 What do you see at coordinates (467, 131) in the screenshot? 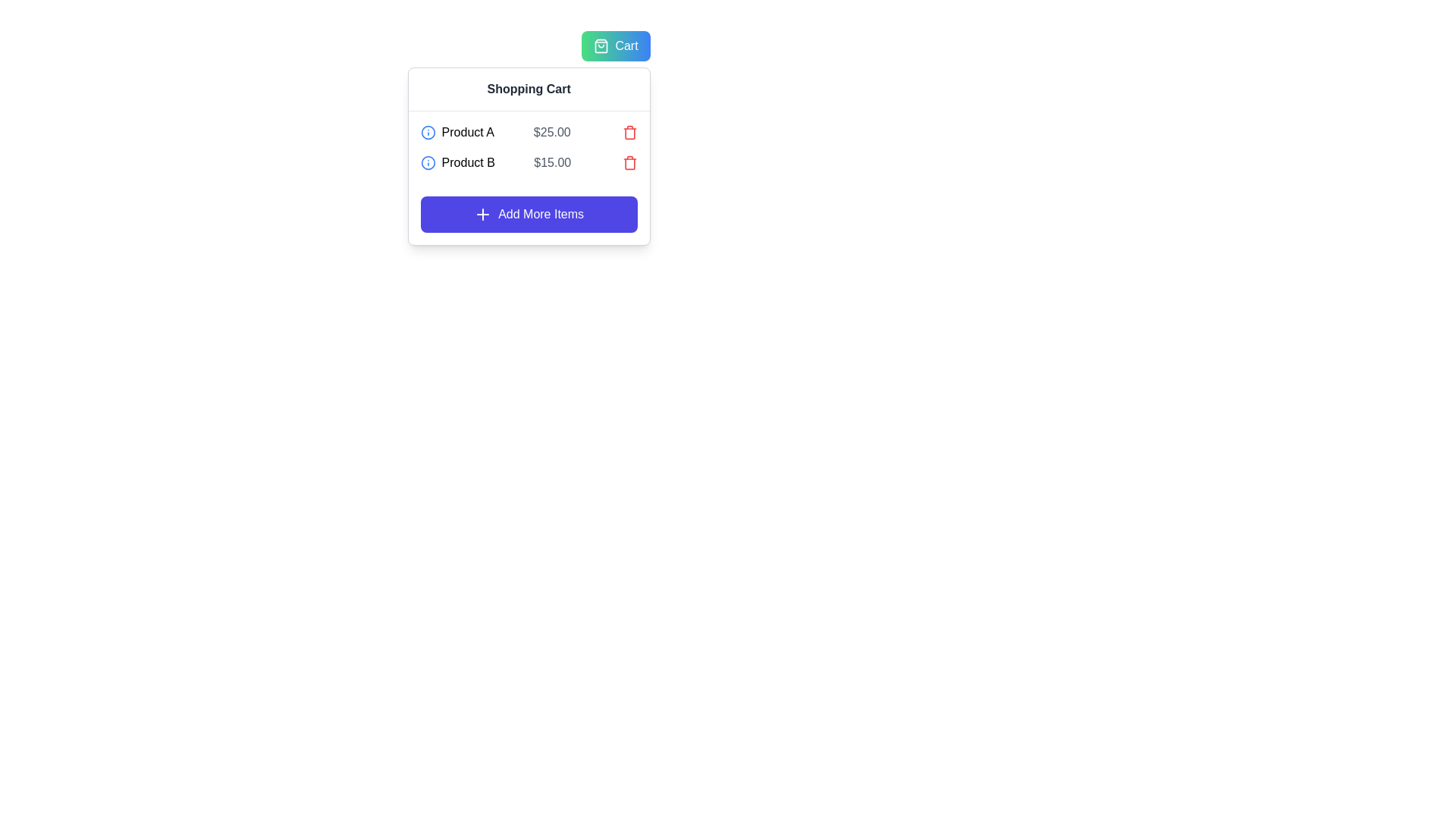
I see `the text label displaying the name of 'Product A' in the shopping cart widget, which is positioned to the left of 'Product B'` at bounding box center [467, 131].